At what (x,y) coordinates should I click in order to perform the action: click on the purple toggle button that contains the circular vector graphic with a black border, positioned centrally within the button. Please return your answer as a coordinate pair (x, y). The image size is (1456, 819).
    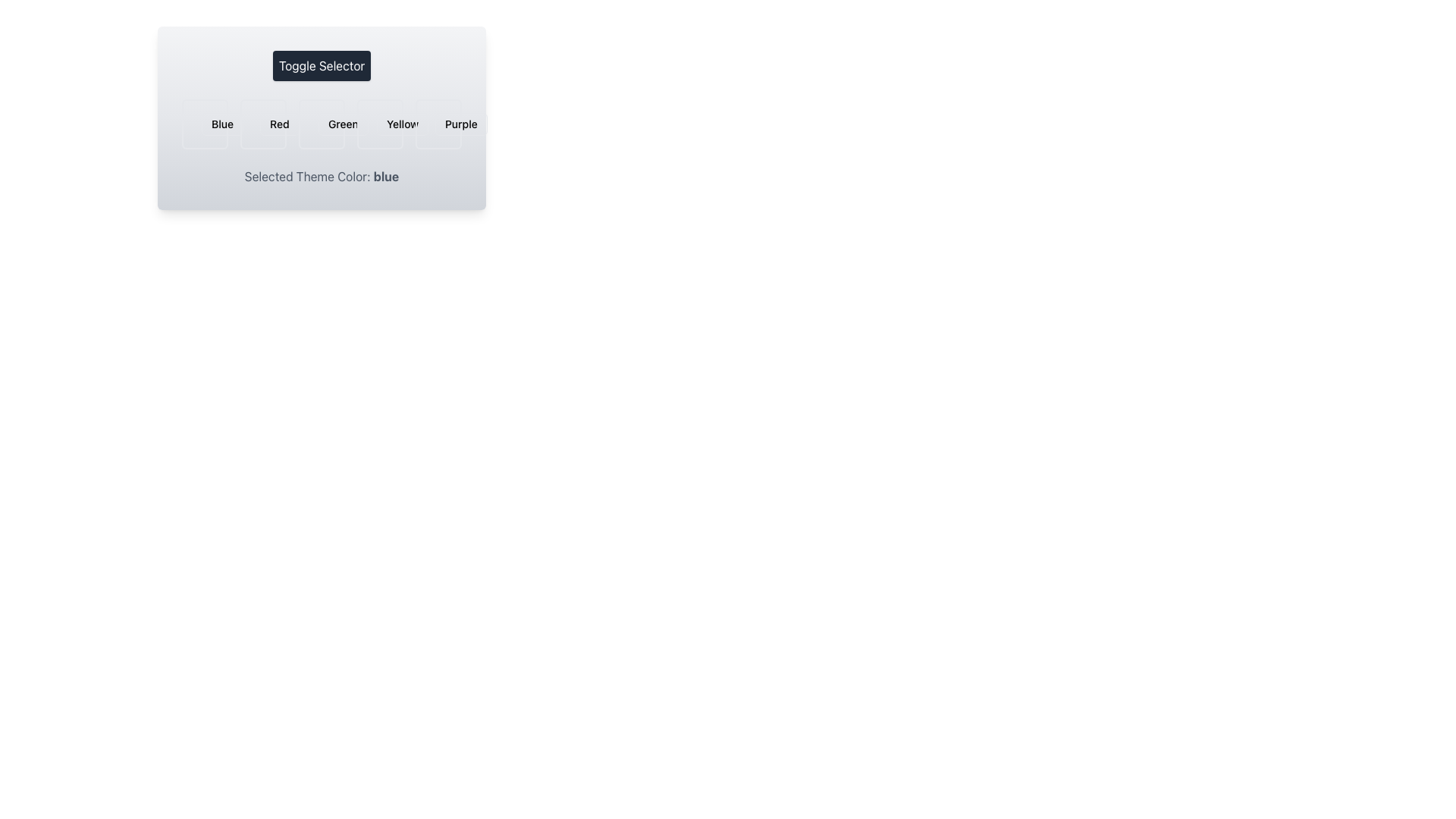
    Looking at the image, I should click on (437, 124).